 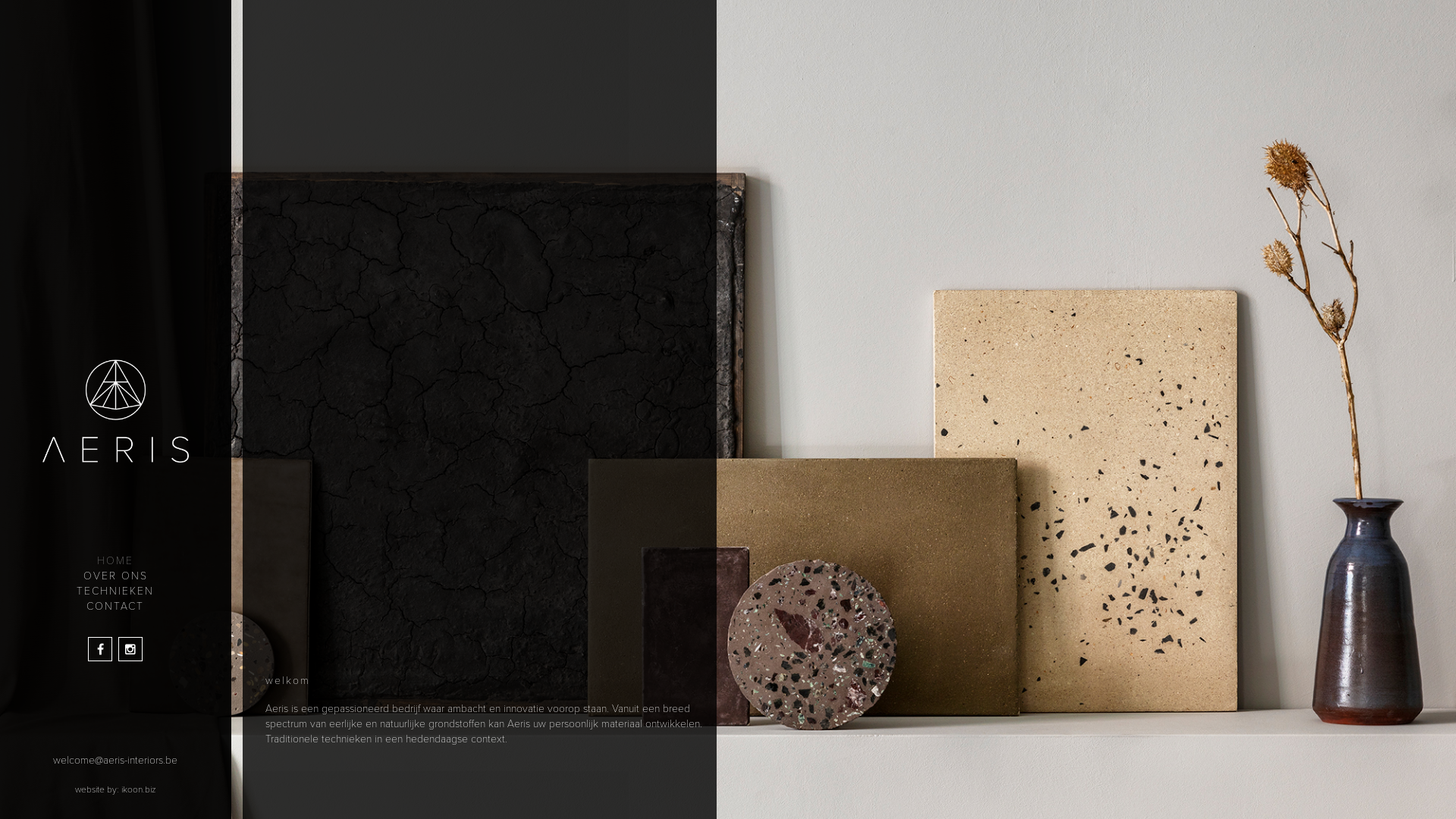 I want to click on 'Instagram', so click(x=130, y=648).